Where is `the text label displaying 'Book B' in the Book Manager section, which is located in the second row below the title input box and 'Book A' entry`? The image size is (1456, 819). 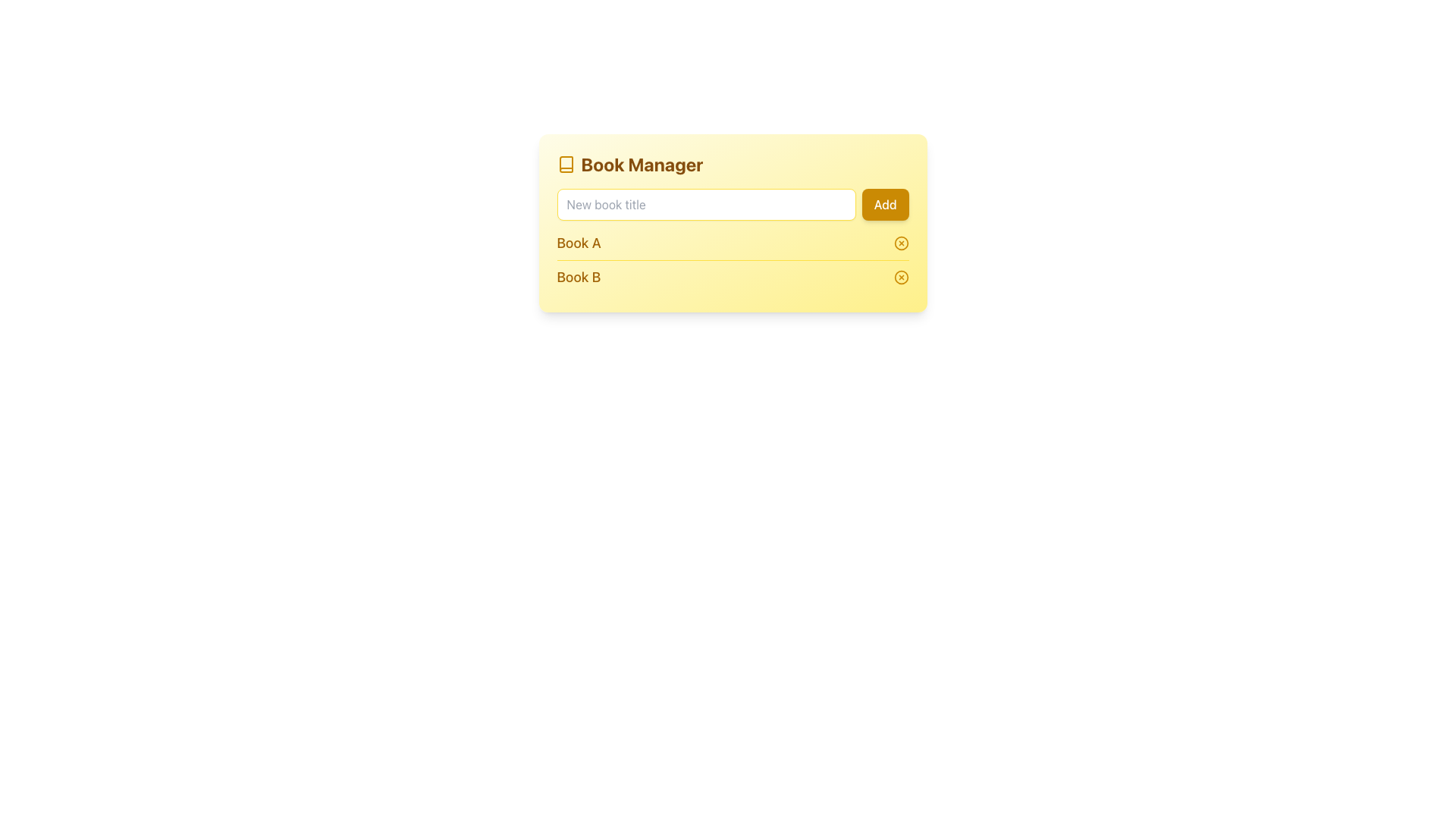 the text label displaying 'Book B' in the Book Manager section, which is located in the second row below the title input box and 'Book A' entry is located at coordinates (578, 278).